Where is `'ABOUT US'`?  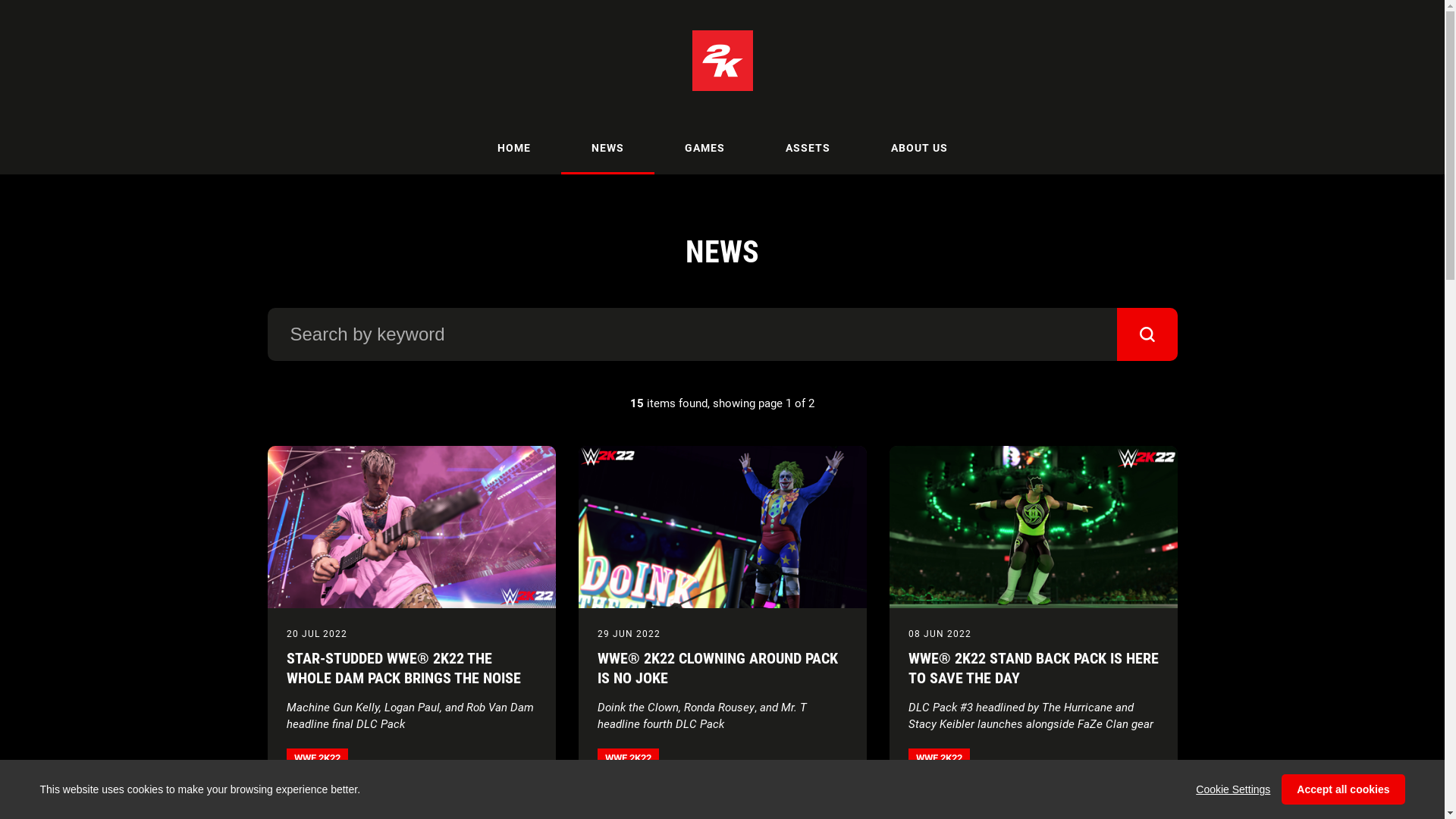 'ABOUT US' is located at coordinates (859, 148).